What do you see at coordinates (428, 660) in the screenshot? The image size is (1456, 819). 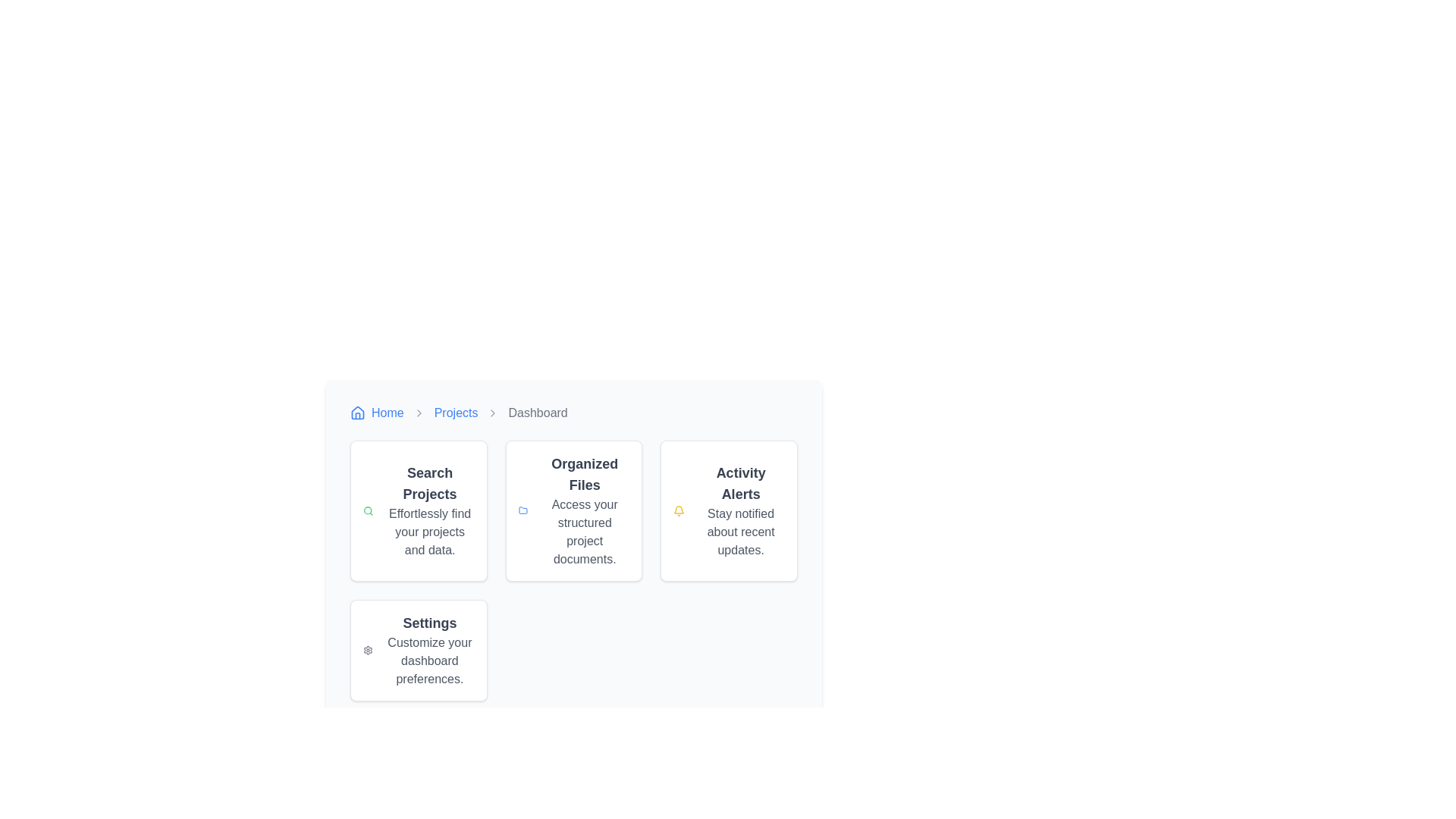 I see `the text label that reads 'Customize your dashboard preferences' styled in gray font, located in the panel below the 'Settings' heading` at bounding box center [428, 660].